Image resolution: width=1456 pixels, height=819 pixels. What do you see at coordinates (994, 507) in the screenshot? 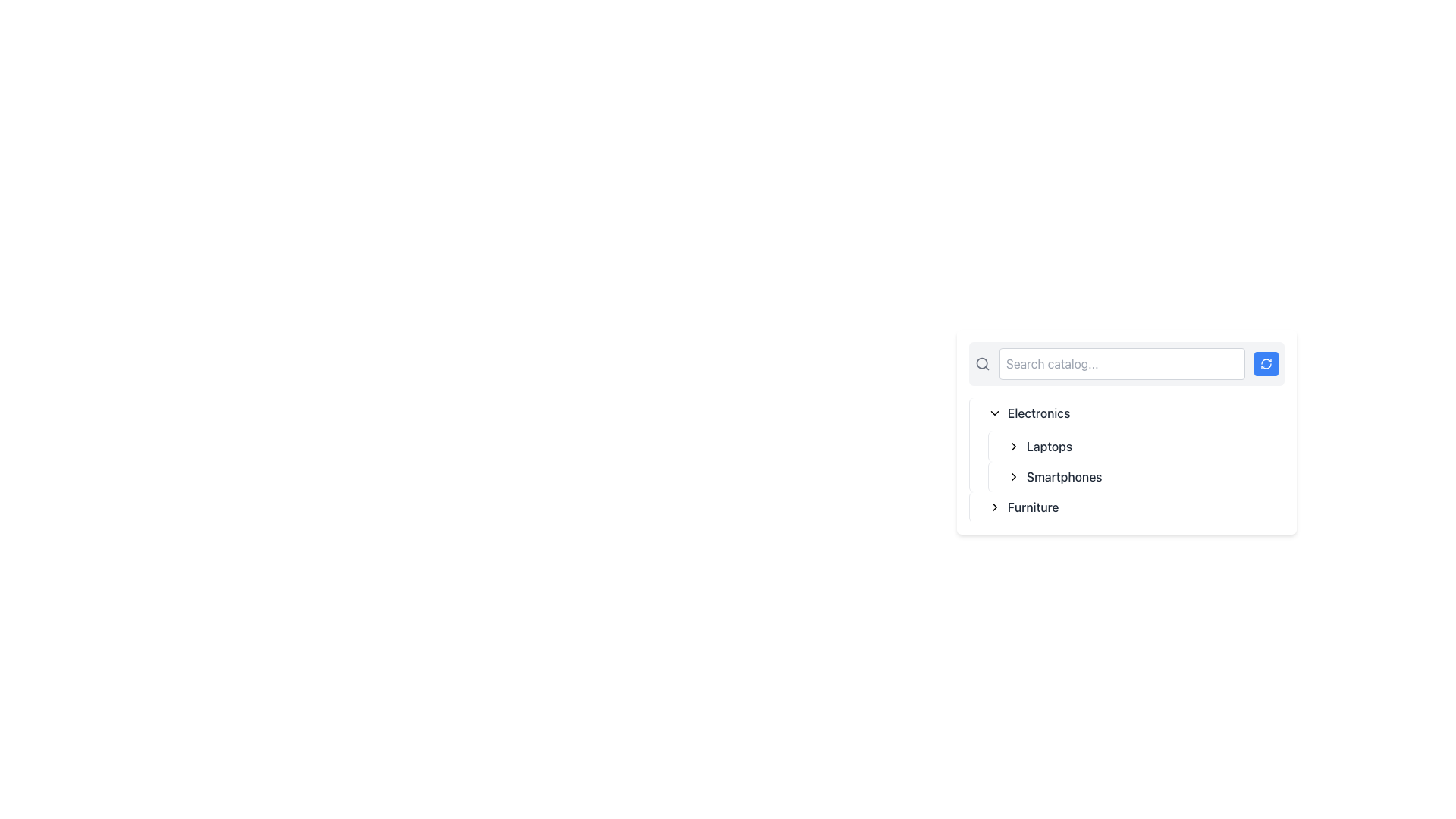
I see `the expandable 'Furniture' category icon located to the left of the text 'Furniture' in the vertical navigation menu` at bounding box center [994, 507].